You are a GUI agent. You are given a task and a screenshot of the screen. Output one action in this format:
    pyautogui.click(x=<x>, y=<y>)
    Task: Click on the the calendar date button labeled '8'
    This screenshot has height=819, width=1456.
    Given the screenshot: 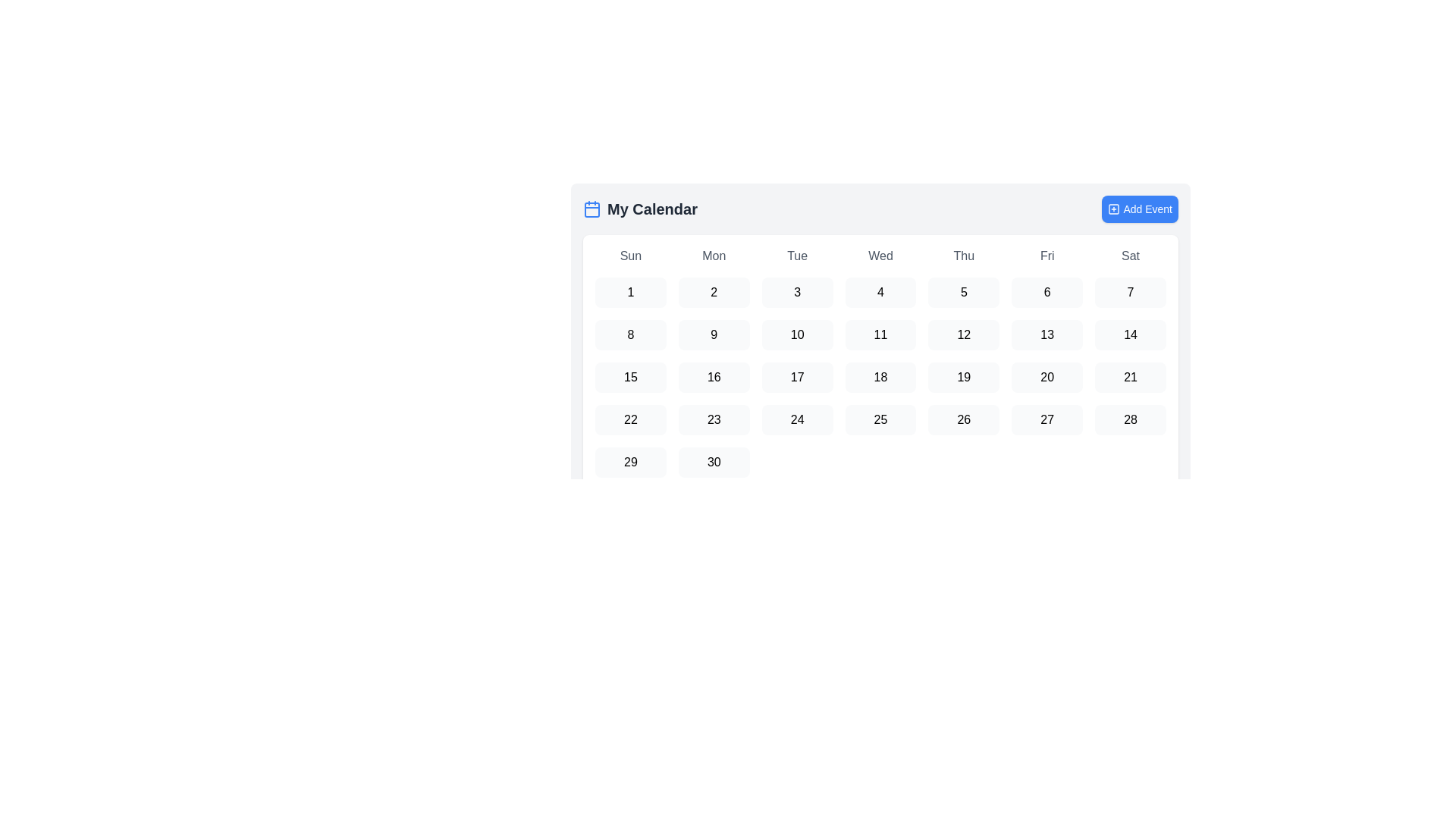 What is the action you would take?
    pyautogui.click(x=630, y=334)
    